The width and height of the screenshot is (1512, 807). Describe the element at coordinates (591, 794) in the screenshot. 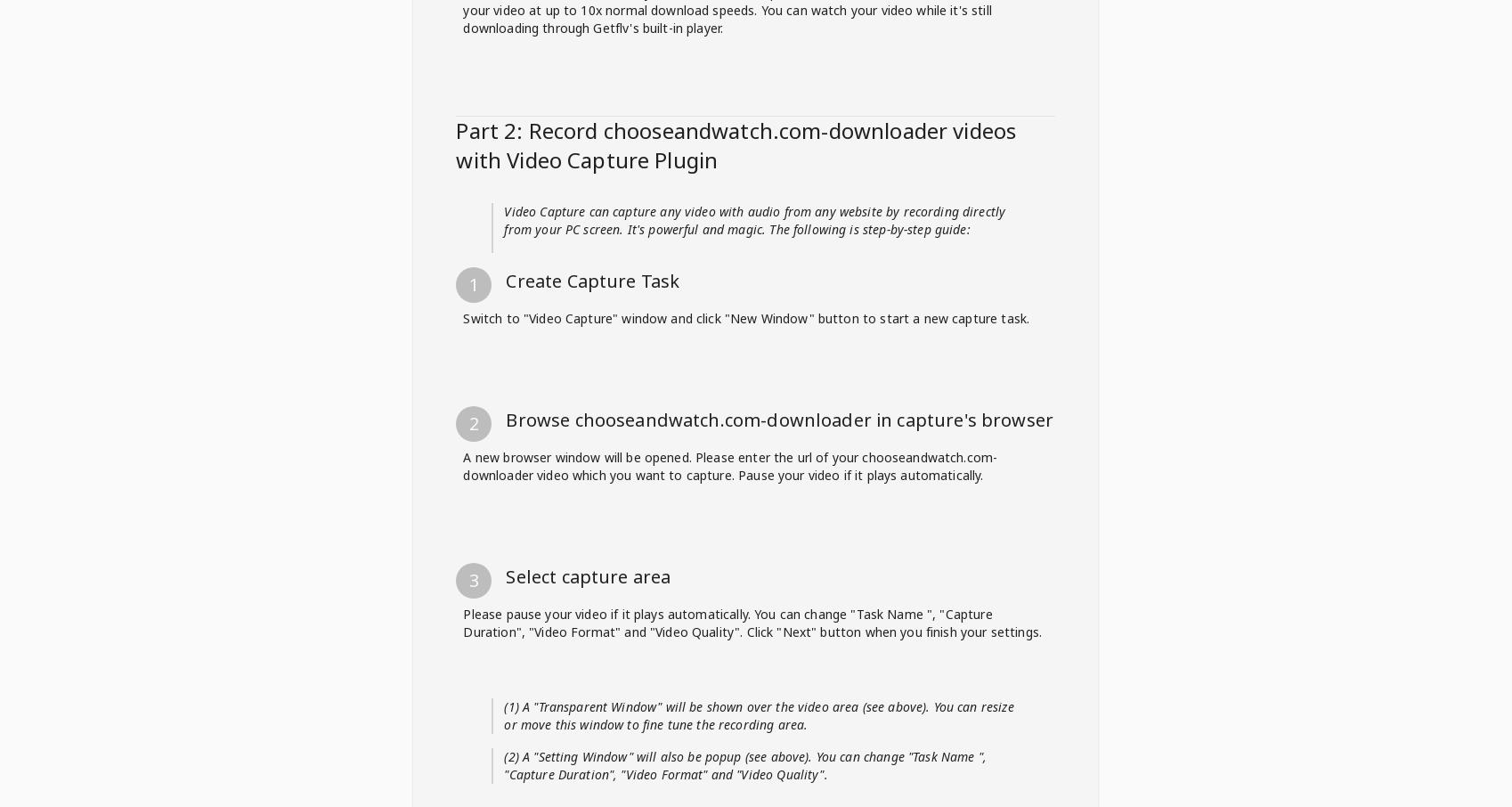

I see `'Create Capture Task'` at that location.